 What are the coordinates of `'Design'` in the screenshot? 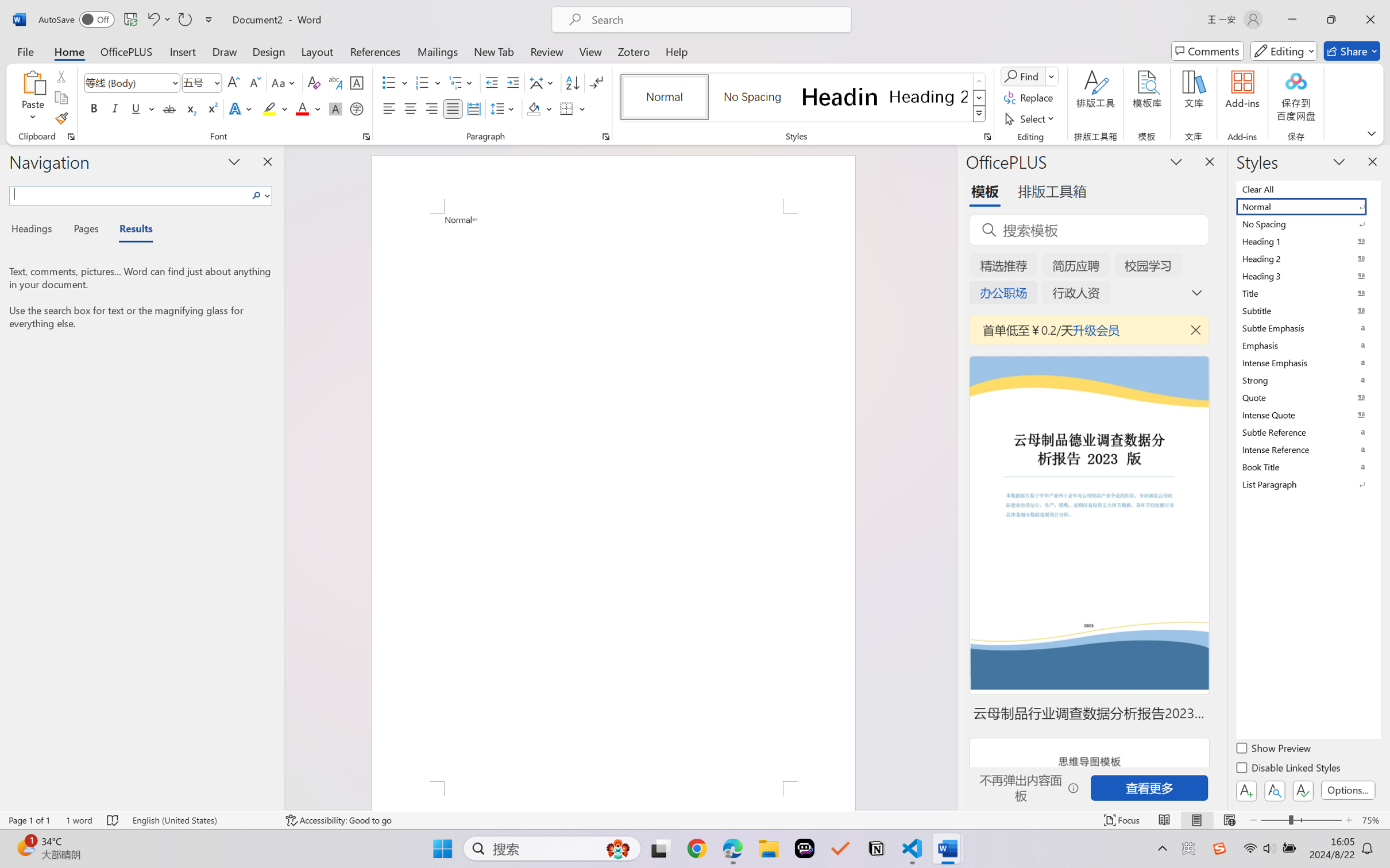 It's located at (268, 51).